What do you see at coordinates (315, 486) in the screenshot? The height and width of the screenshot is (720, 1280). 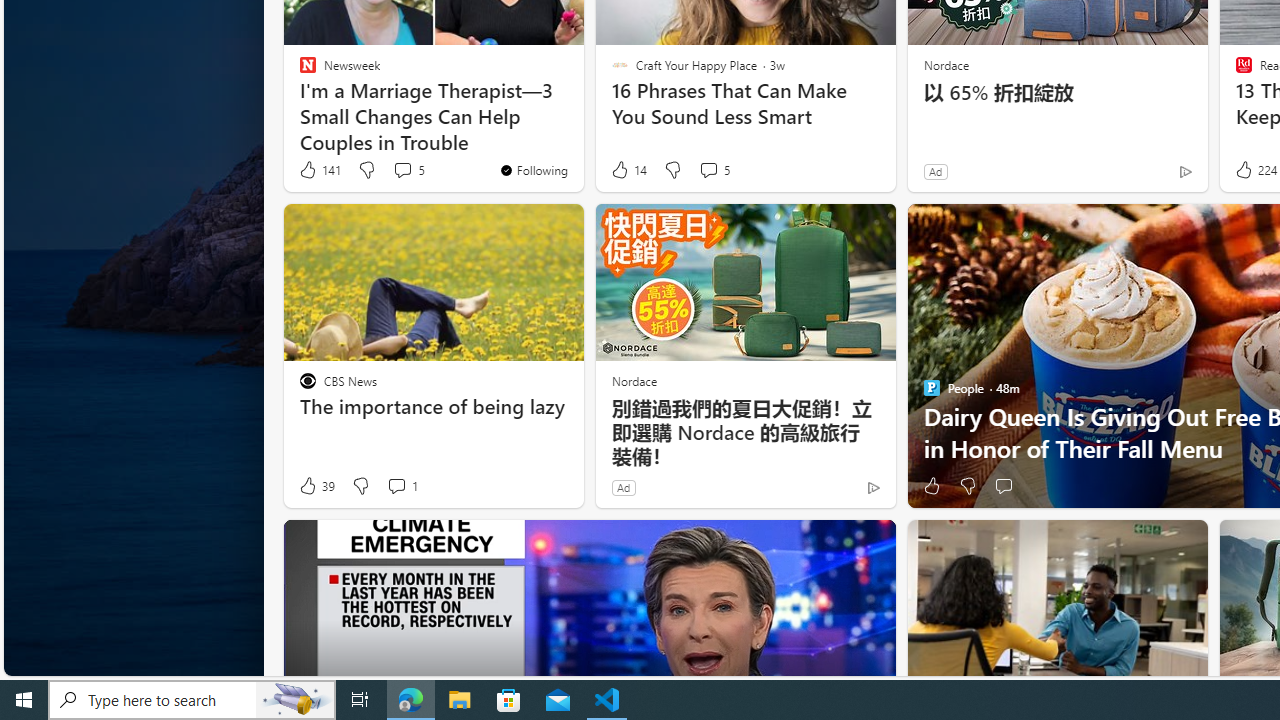 I see `'39 Like'` at bounding box center [315, 486].